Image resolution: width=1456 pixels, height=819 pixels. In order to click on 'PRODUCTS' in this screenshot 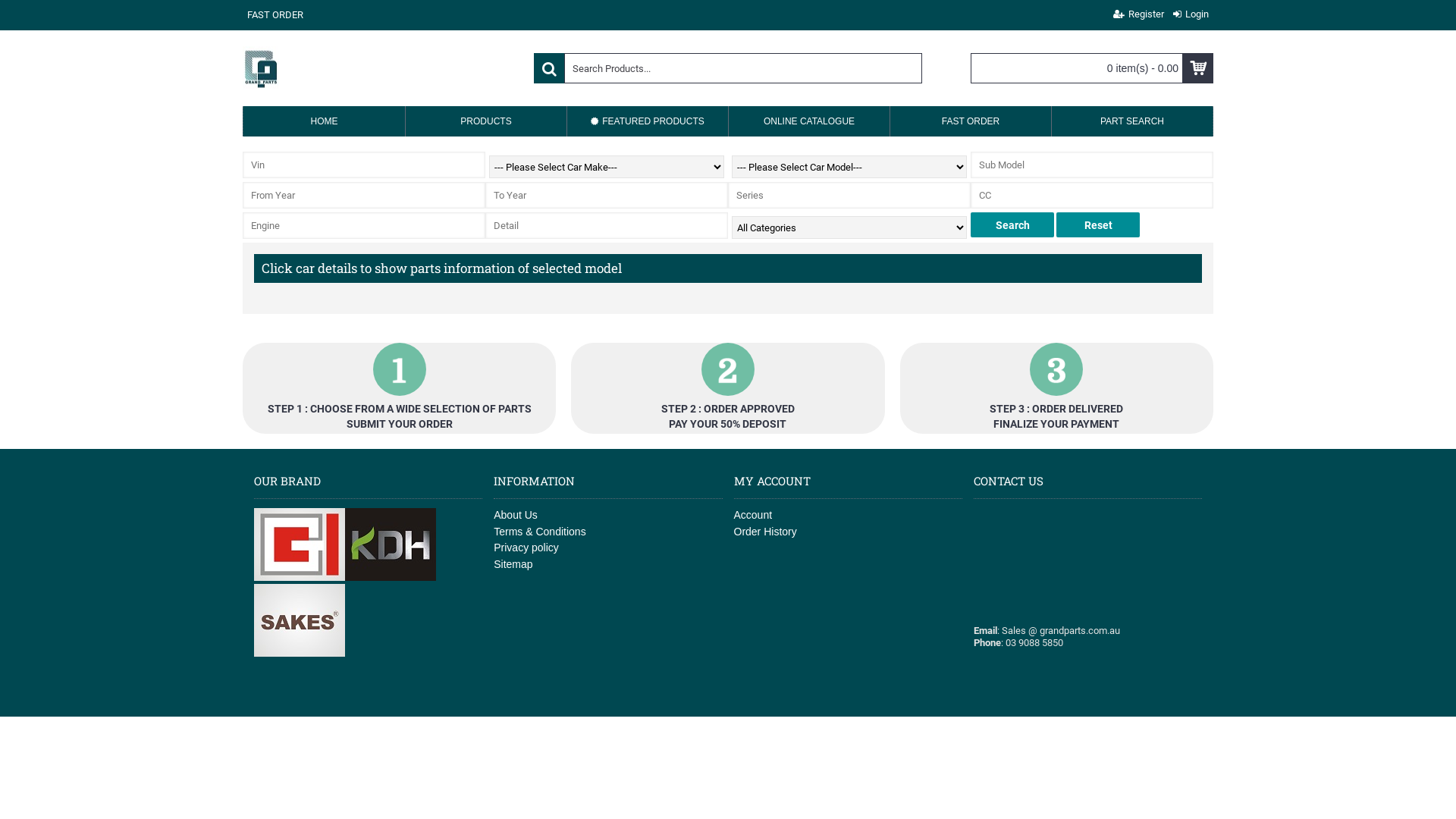, I will do `click(486, 120)`.